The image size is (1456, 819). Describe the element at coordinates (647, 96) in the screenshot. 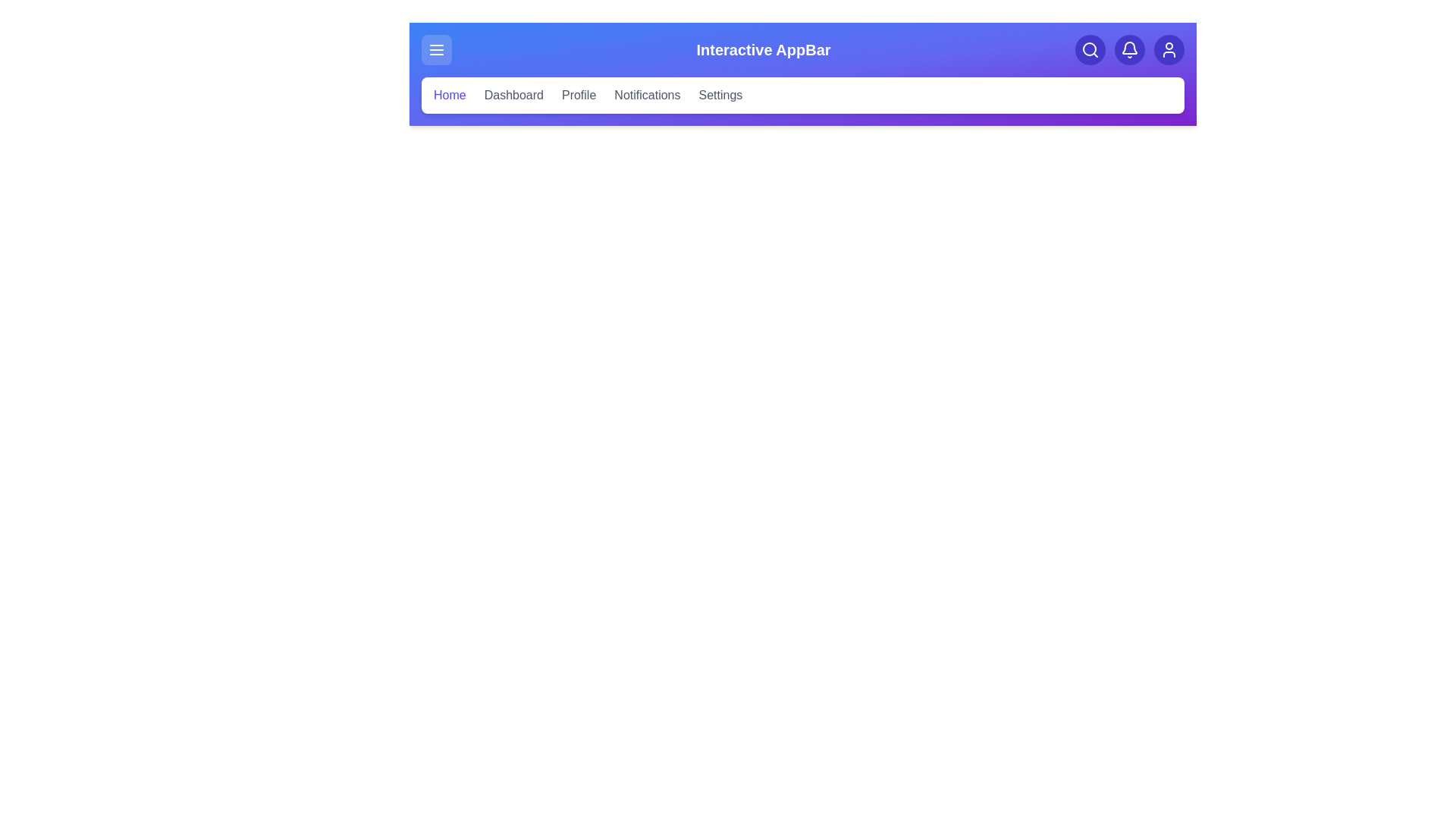

I see `the category Notifications to navigate` at that location.